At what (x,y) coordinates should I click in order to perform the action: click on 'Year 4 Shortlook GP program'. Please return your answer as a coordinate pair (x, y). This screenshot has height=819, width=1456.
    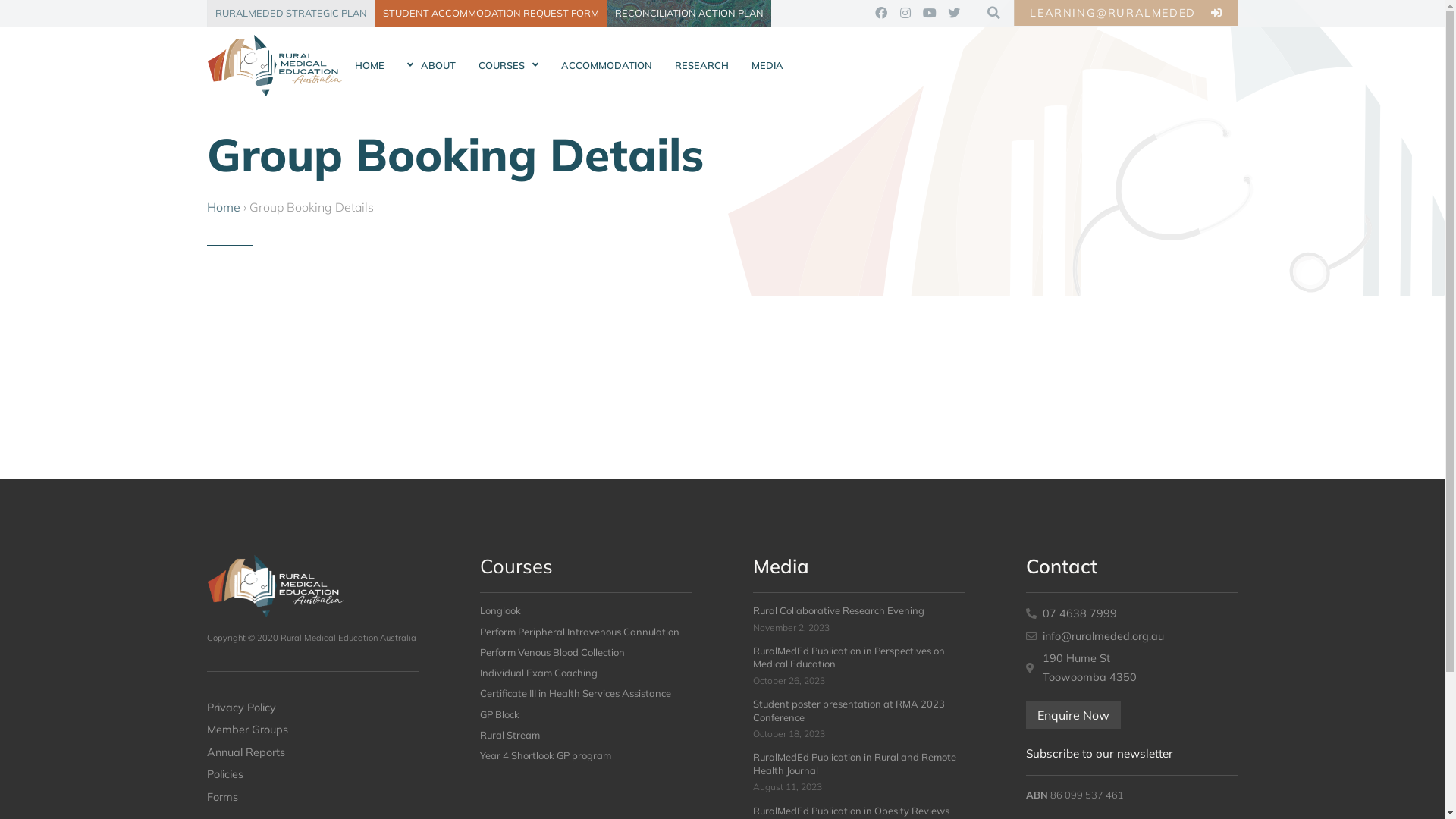
    Looking at the image, I should click on (544, 755).